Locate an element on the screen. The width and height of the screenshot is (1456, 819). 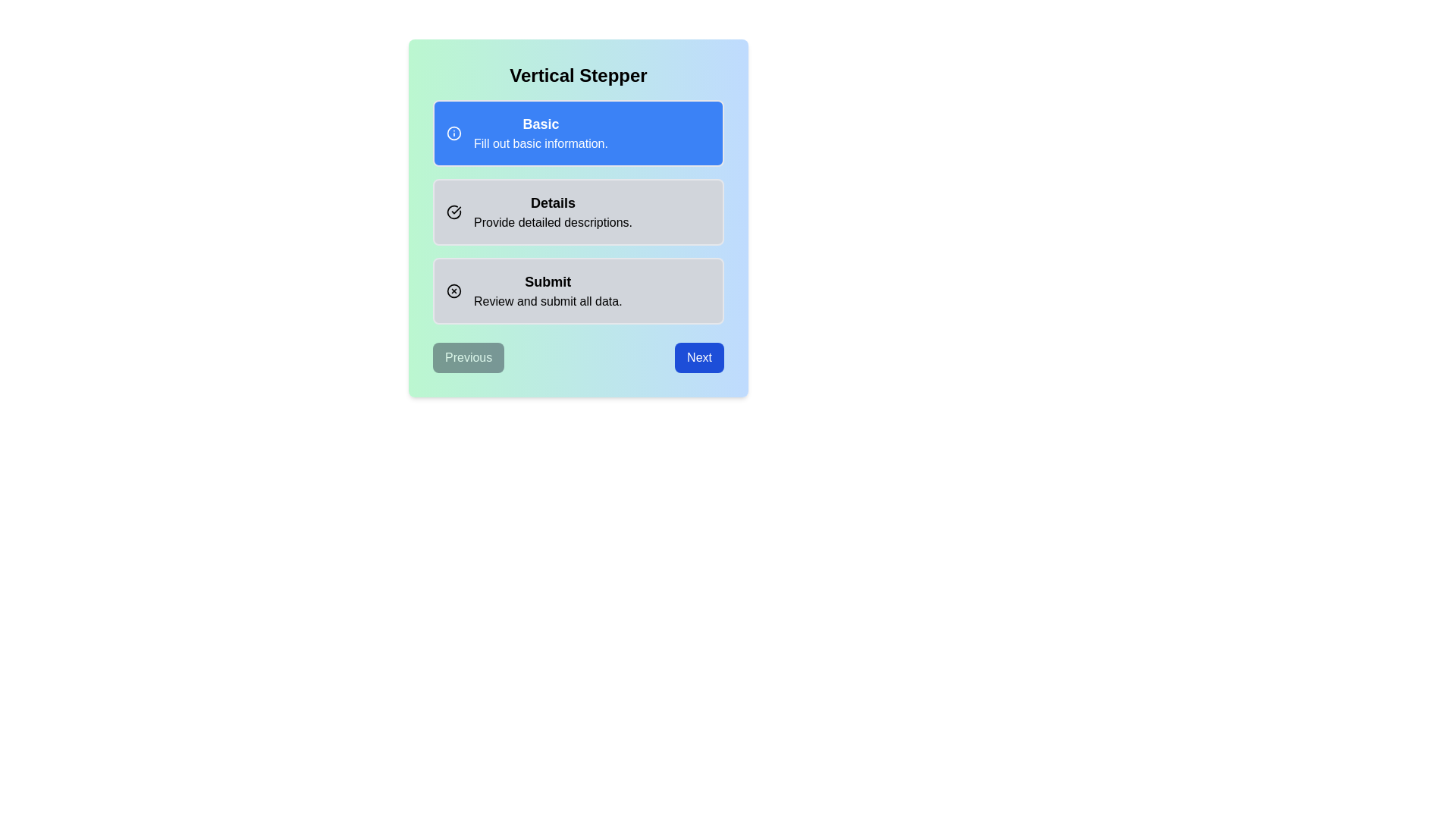
the navigation button to move to the Previous step is located at coordinates (468, 357).